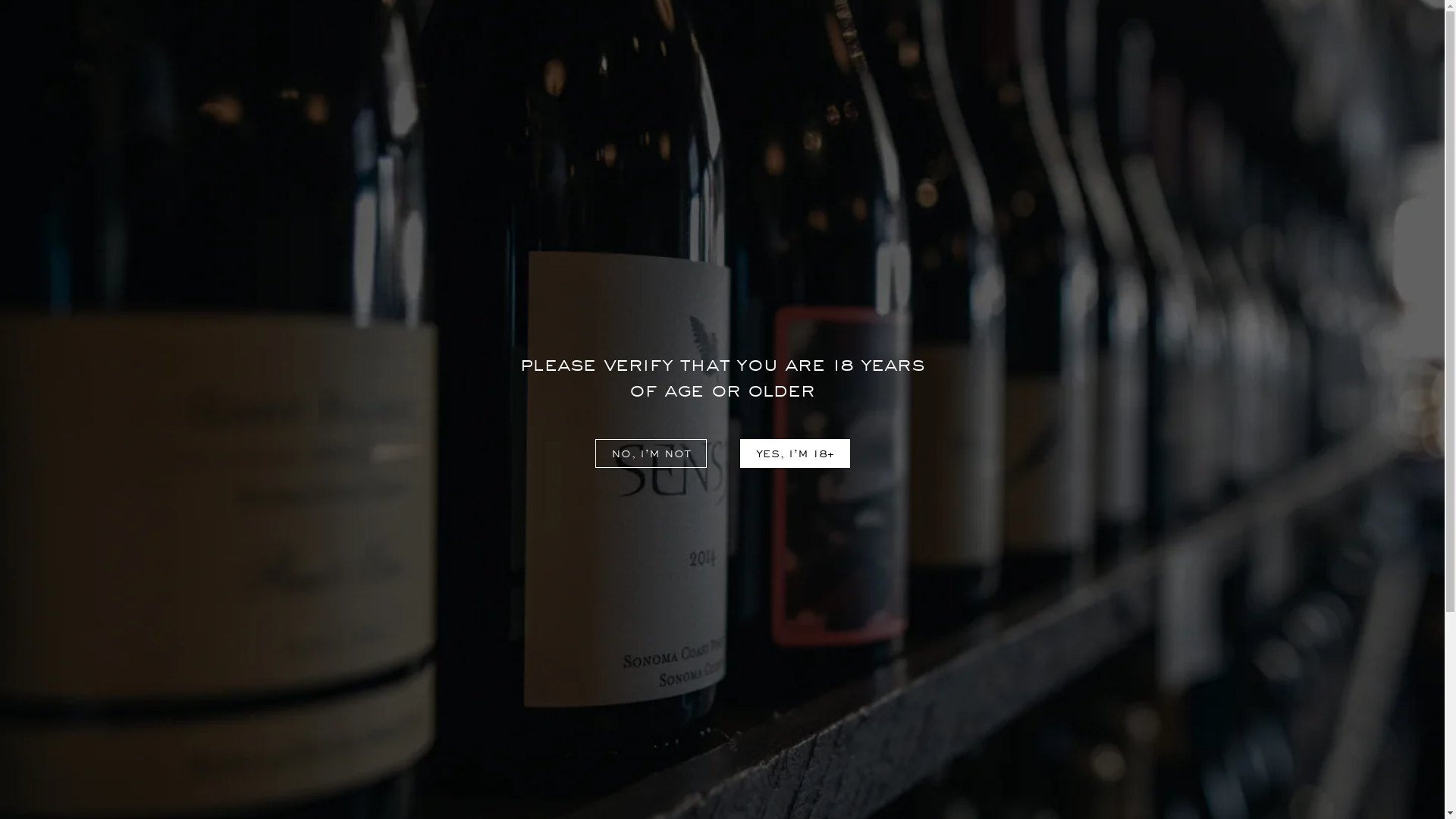 The height and width of the screenshot is (819, 1456). Describe the element at coordinates (720, 398) in the screenshot. I see `'Continue shopping'` at that location.